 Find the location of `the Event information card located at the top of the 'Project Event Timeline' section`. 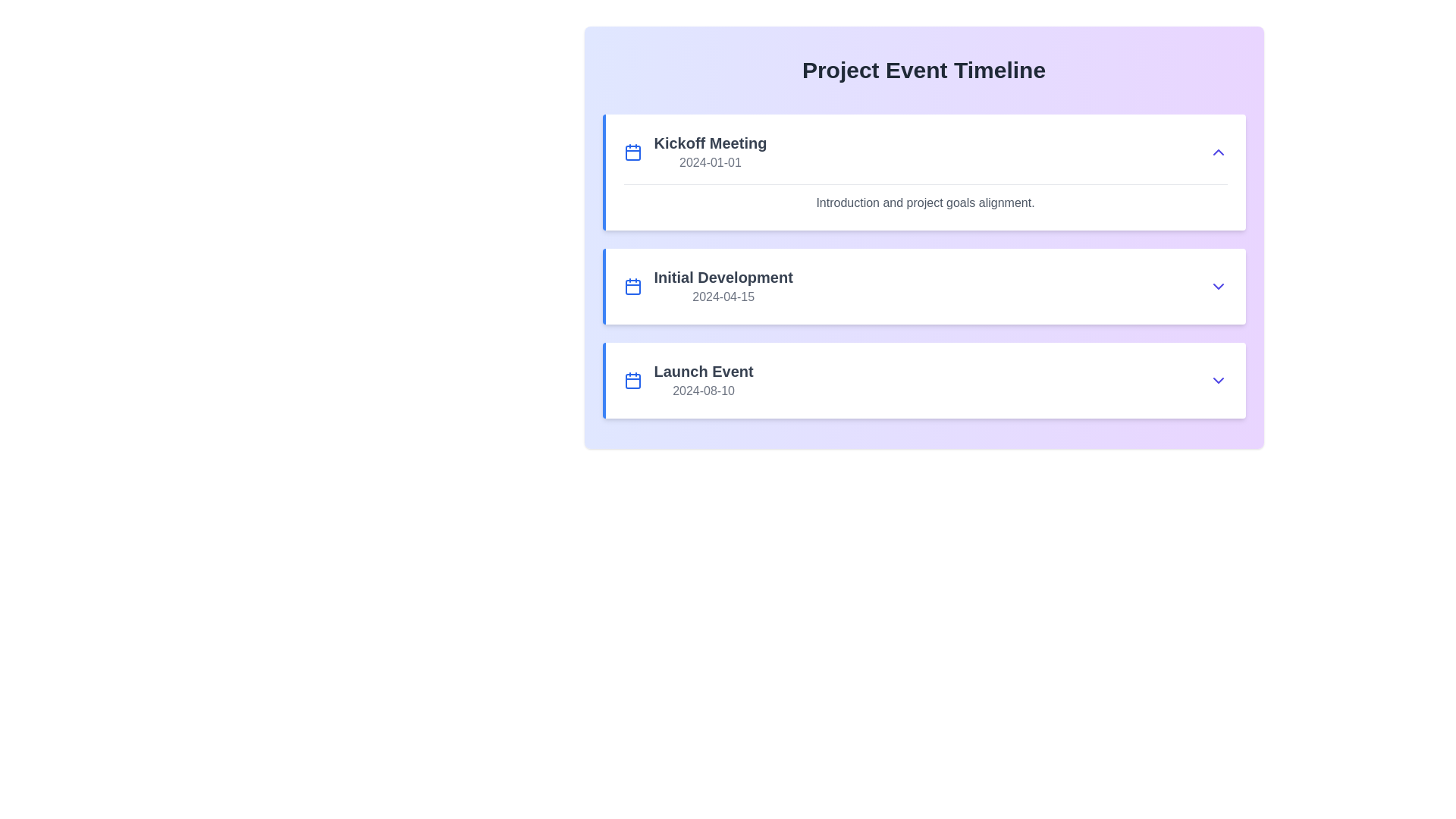

the Event information card located at the top of the 'Project Event Timeline' section is located at coordinates (923, 171).